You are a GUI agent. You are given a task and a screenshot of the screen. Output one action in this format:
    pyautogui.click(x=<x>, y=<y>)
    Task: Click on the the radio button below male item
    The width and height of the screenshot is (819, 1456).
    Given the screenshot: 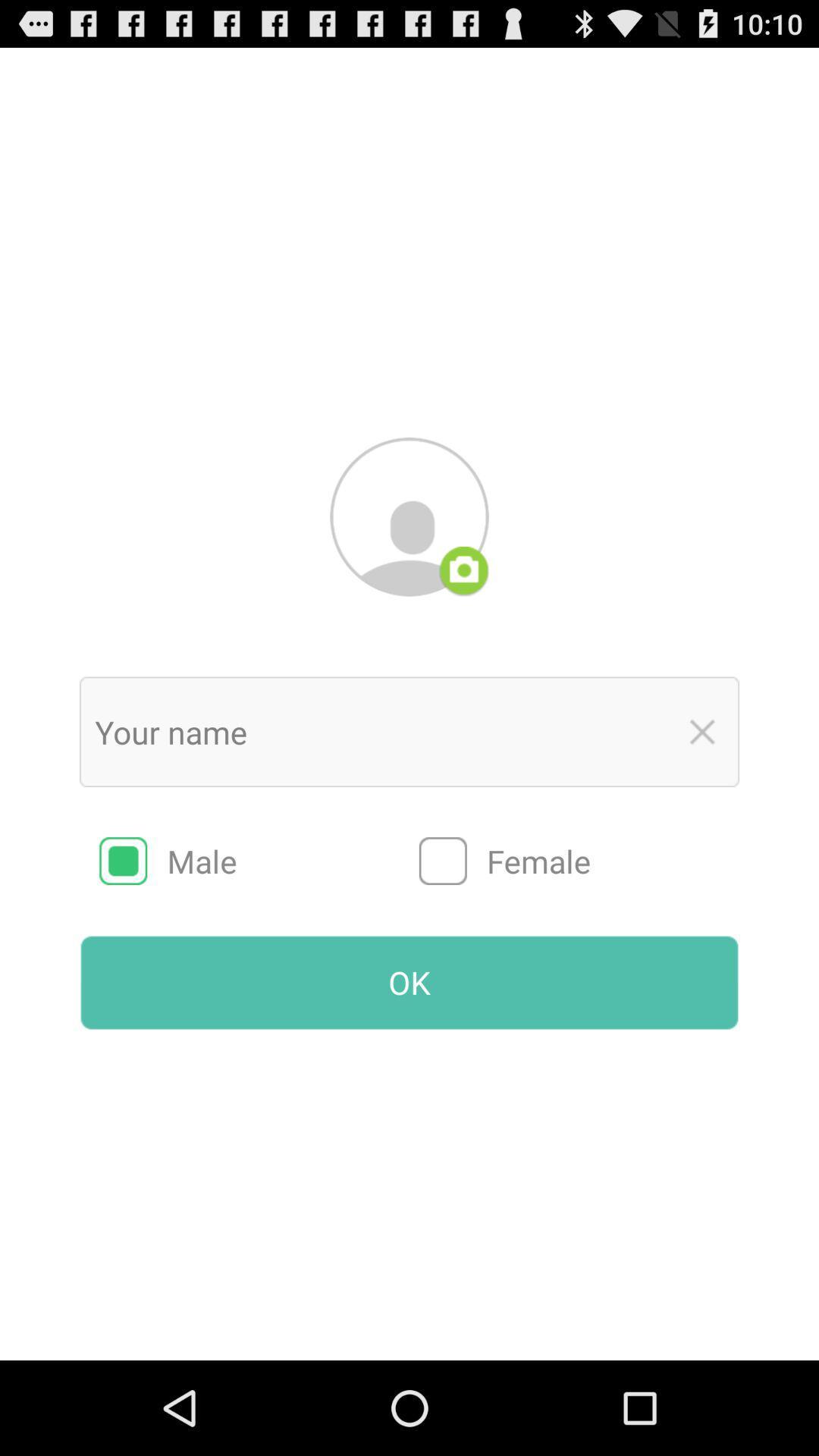 What is the action you would take?
    pyautogui.click(x=409, y=983)
    